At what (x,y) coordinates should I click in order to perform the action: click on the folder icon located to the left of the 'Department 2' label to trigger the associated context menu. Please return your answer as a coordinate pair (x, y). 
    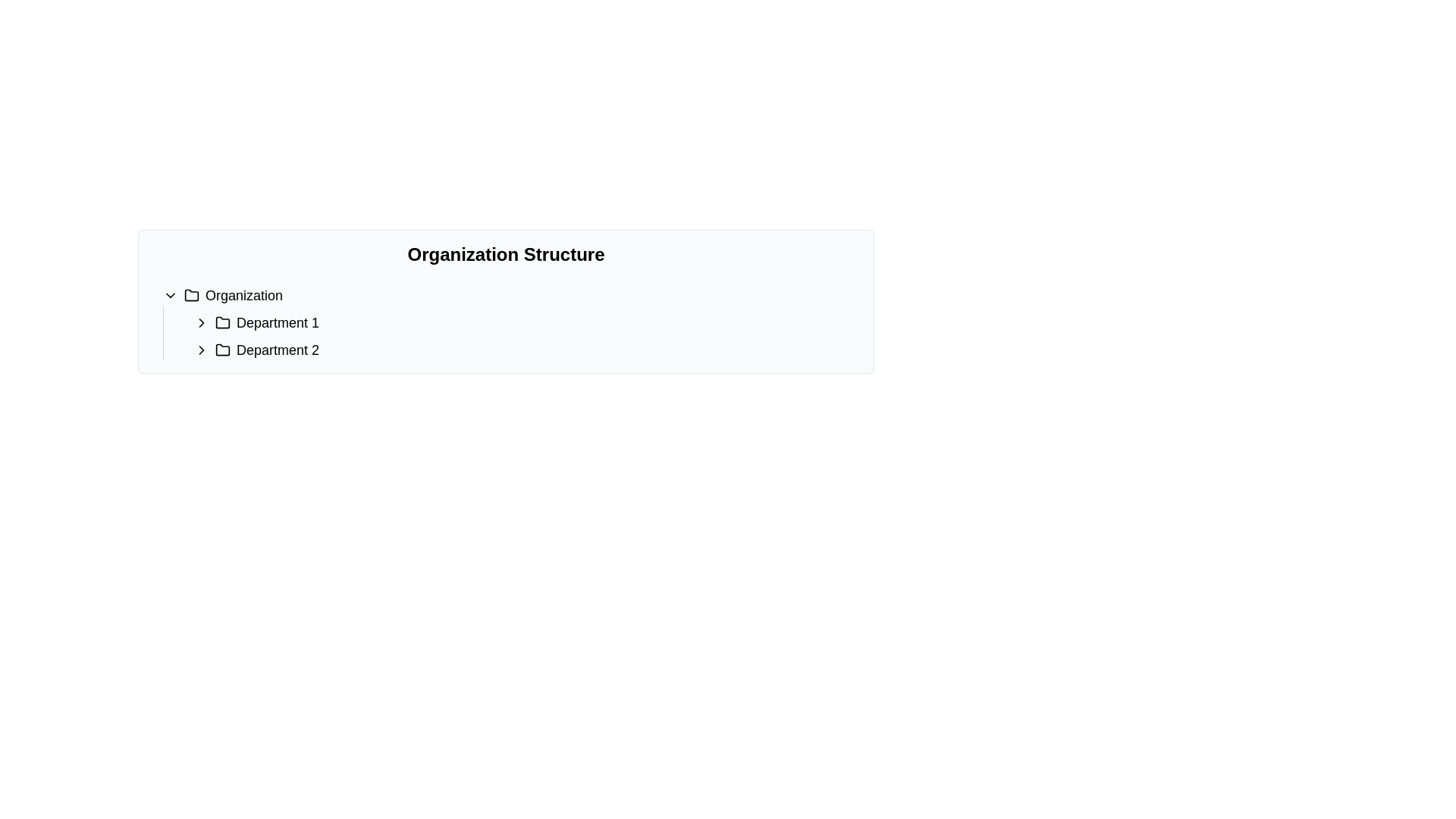
    Looking at the image, I should click on (221, 350).